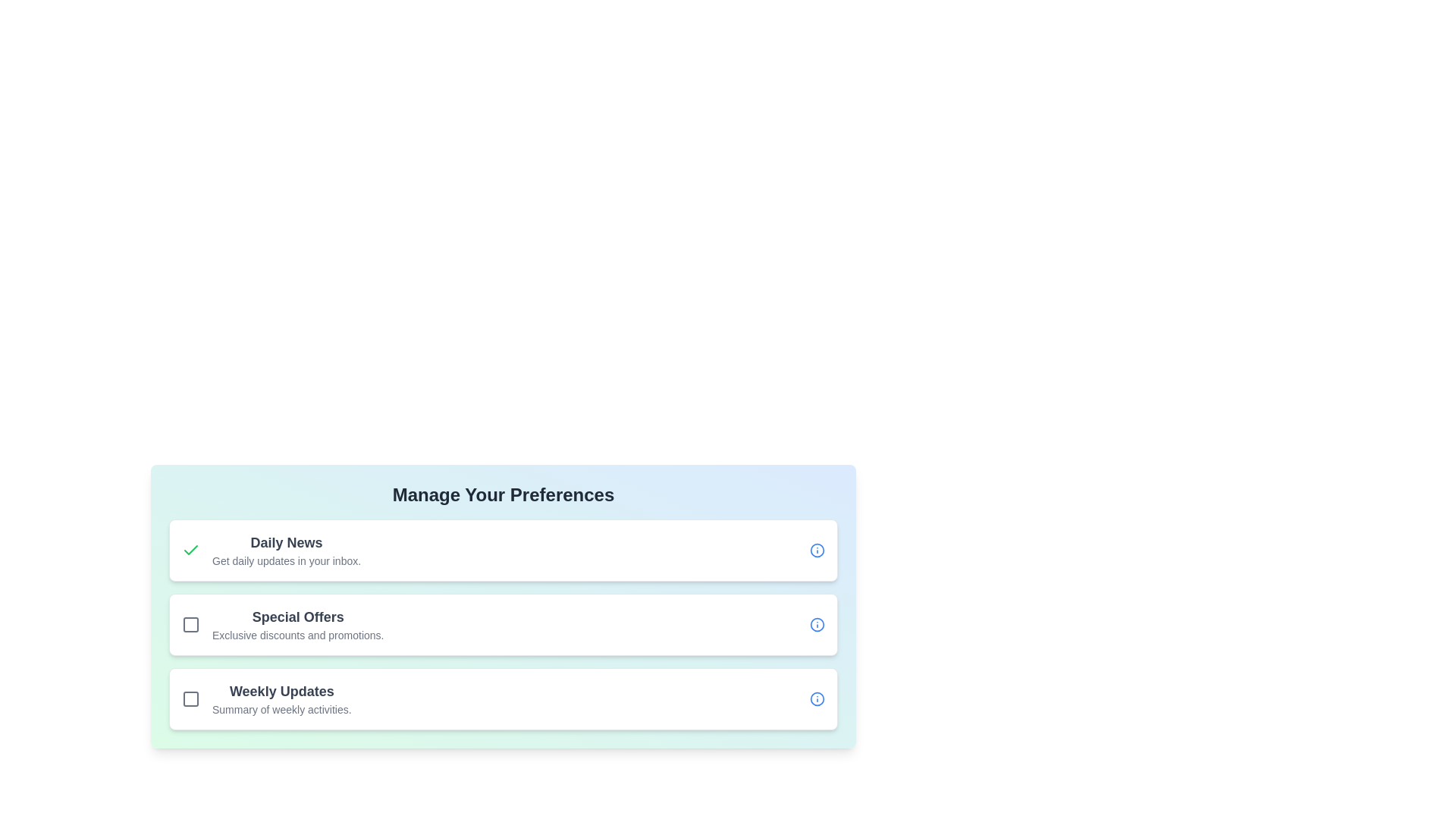 Image resolution: width=1456 pixels, height=819 pixels. I want to click on the green checkmark icon, so click(190, 550).